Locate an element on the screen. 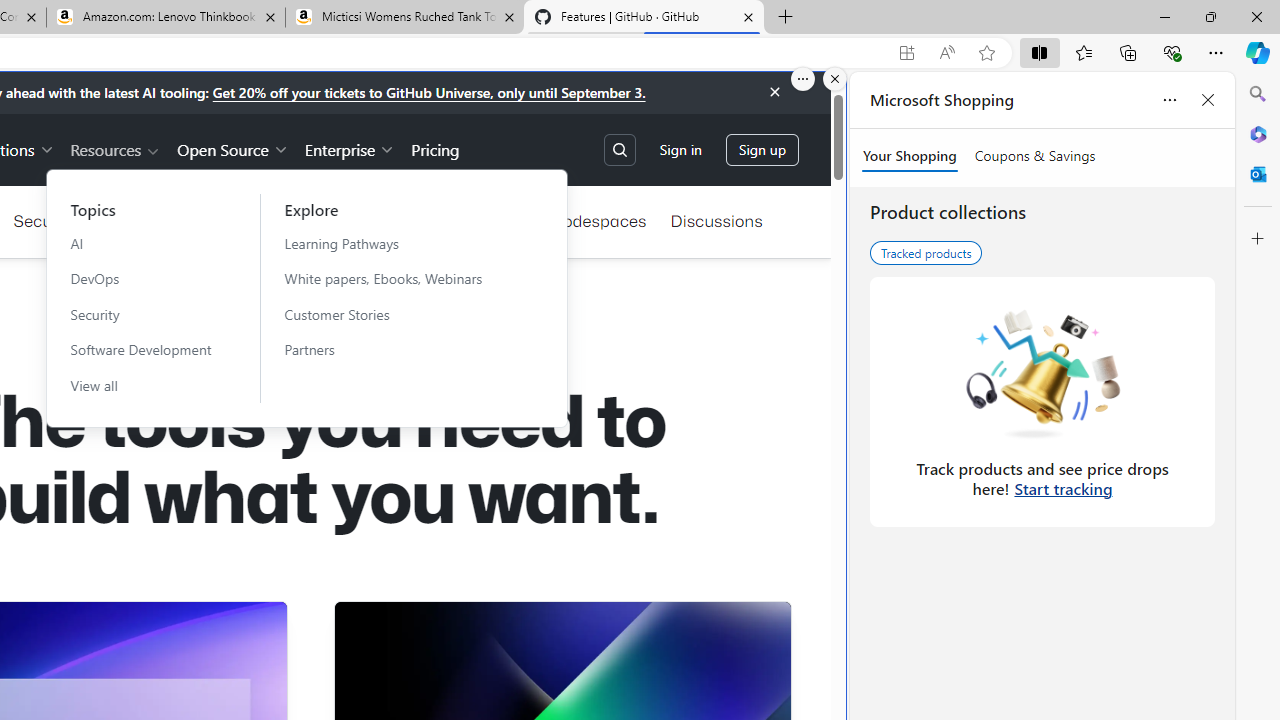 Image resolution: width=1280 pixels, height=720 pixels. 'App available. Install ' is located at coordinates (905, 52).